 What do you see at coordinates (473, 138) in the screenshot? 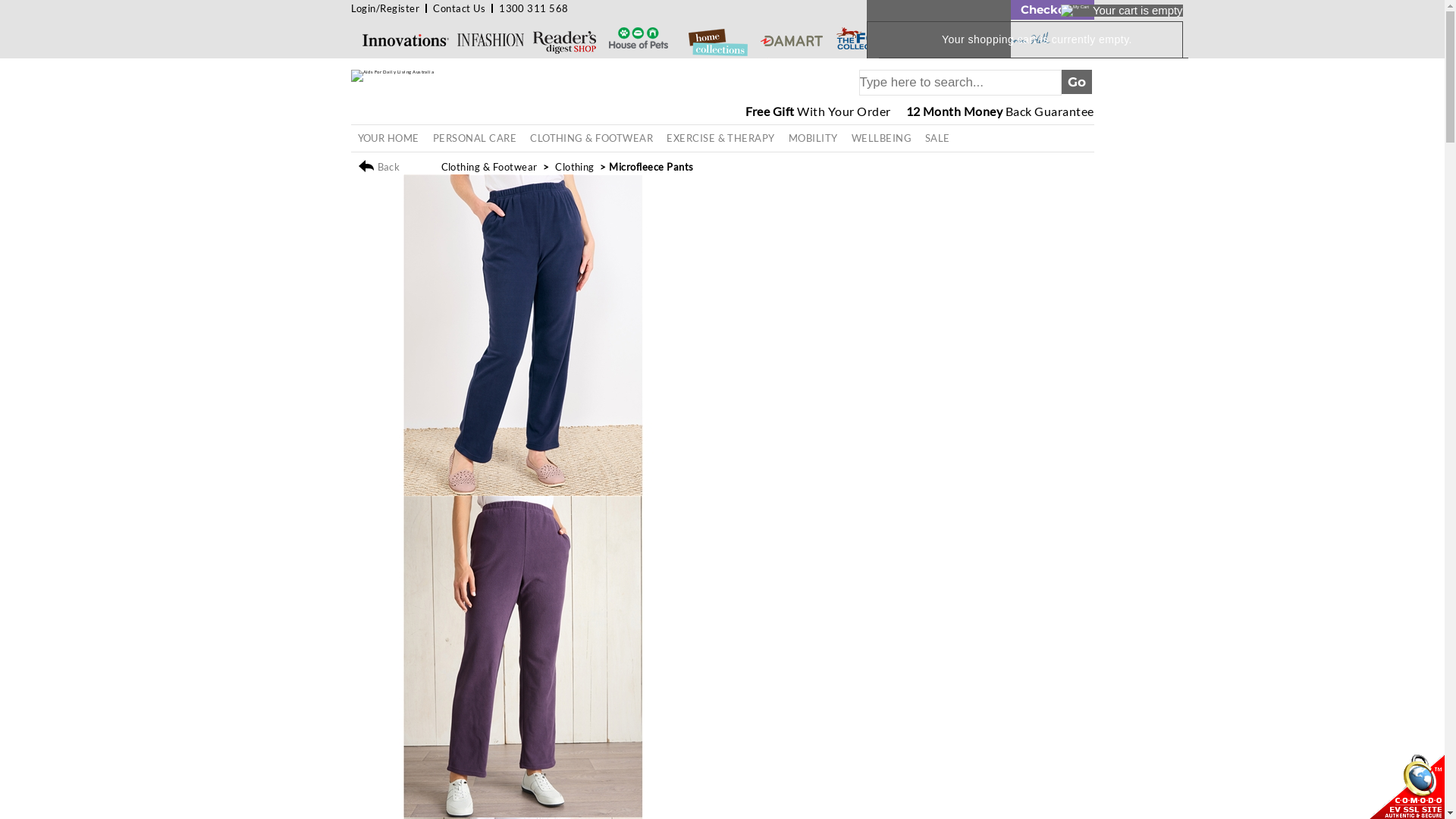
I see `'PERSONAL CARE'` at bounding box center [473, 138].